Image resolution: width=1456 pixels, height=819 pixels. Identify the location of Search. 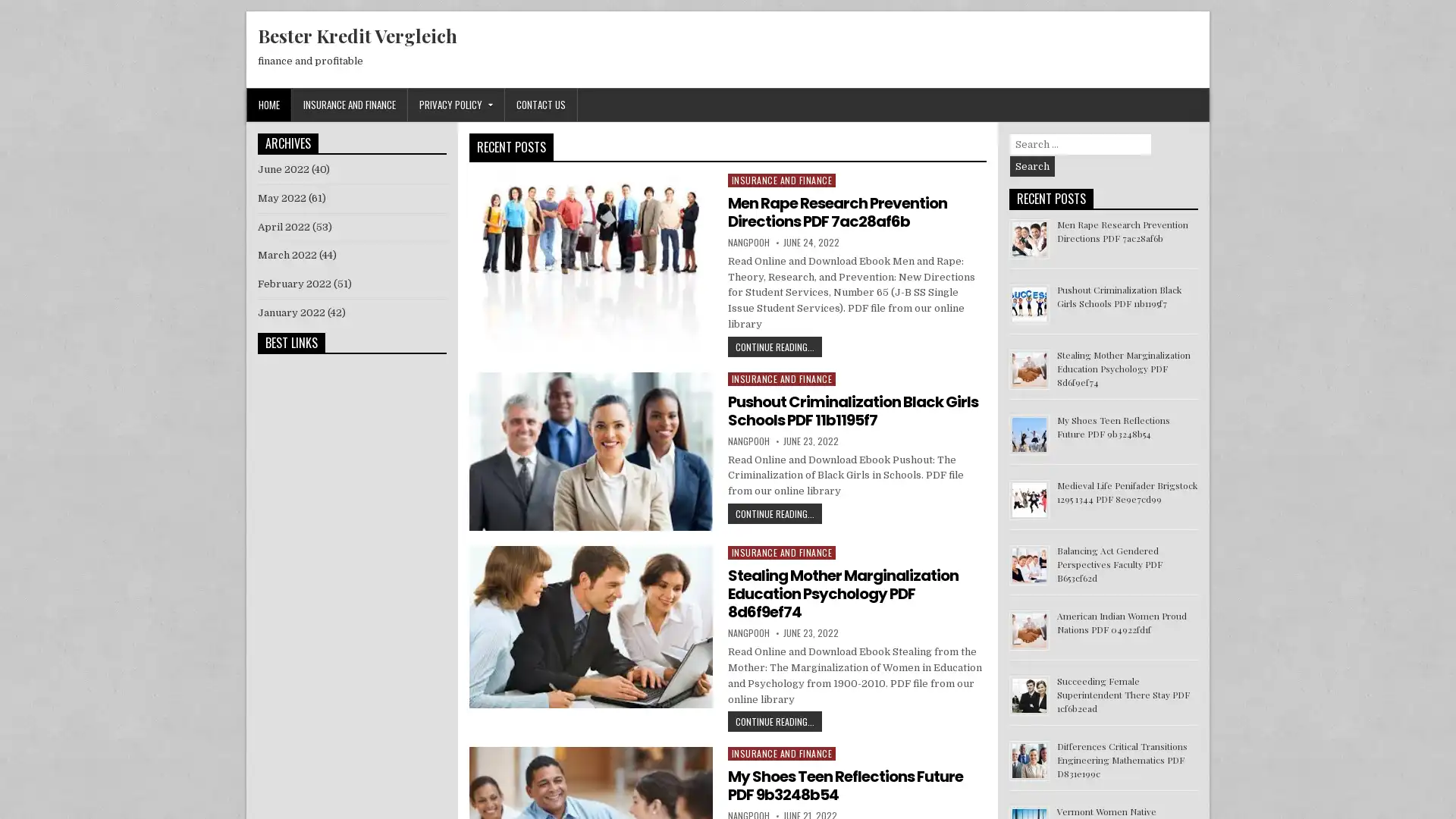
(1031, 166).